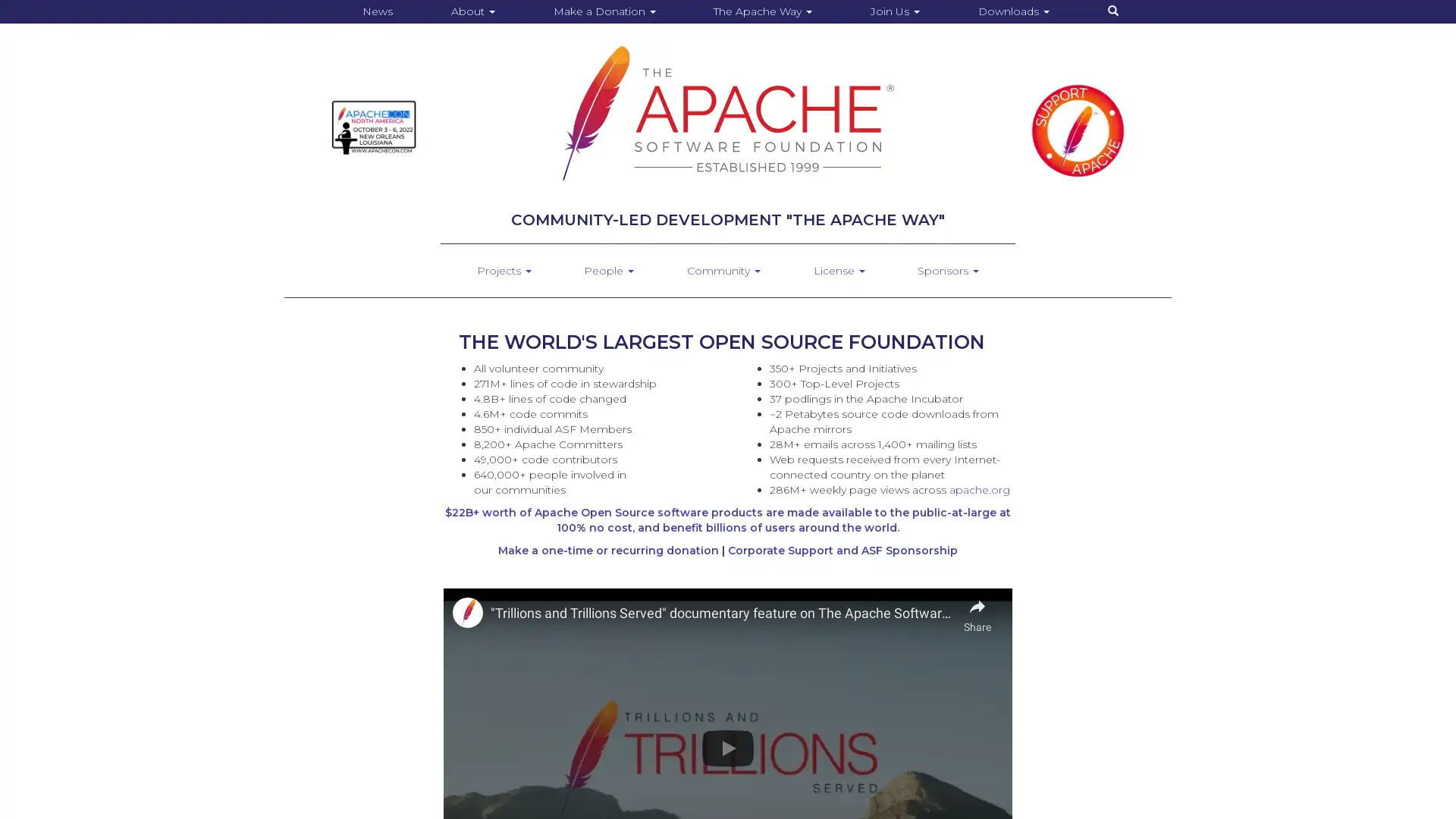  I want to click on Community, so click(722, 270).